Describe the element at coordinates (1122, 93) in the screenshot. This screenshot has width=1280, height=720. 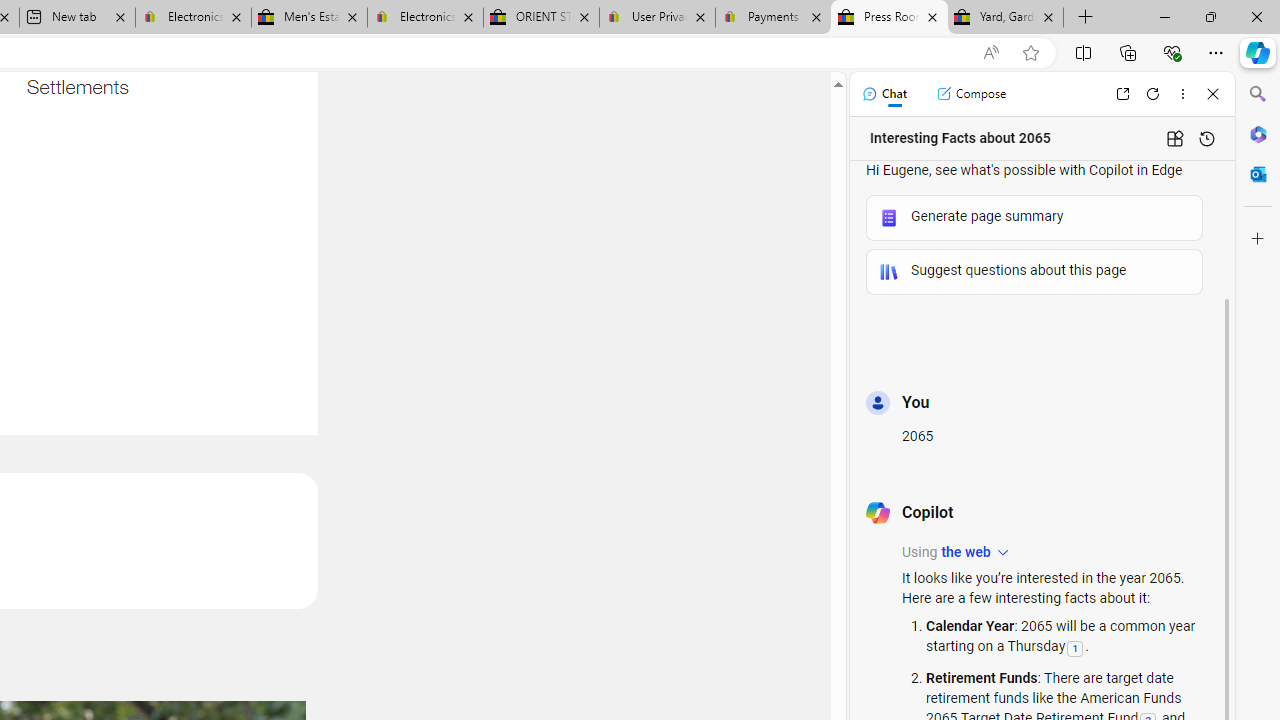
I see `'Open link in new tab'` at that location.